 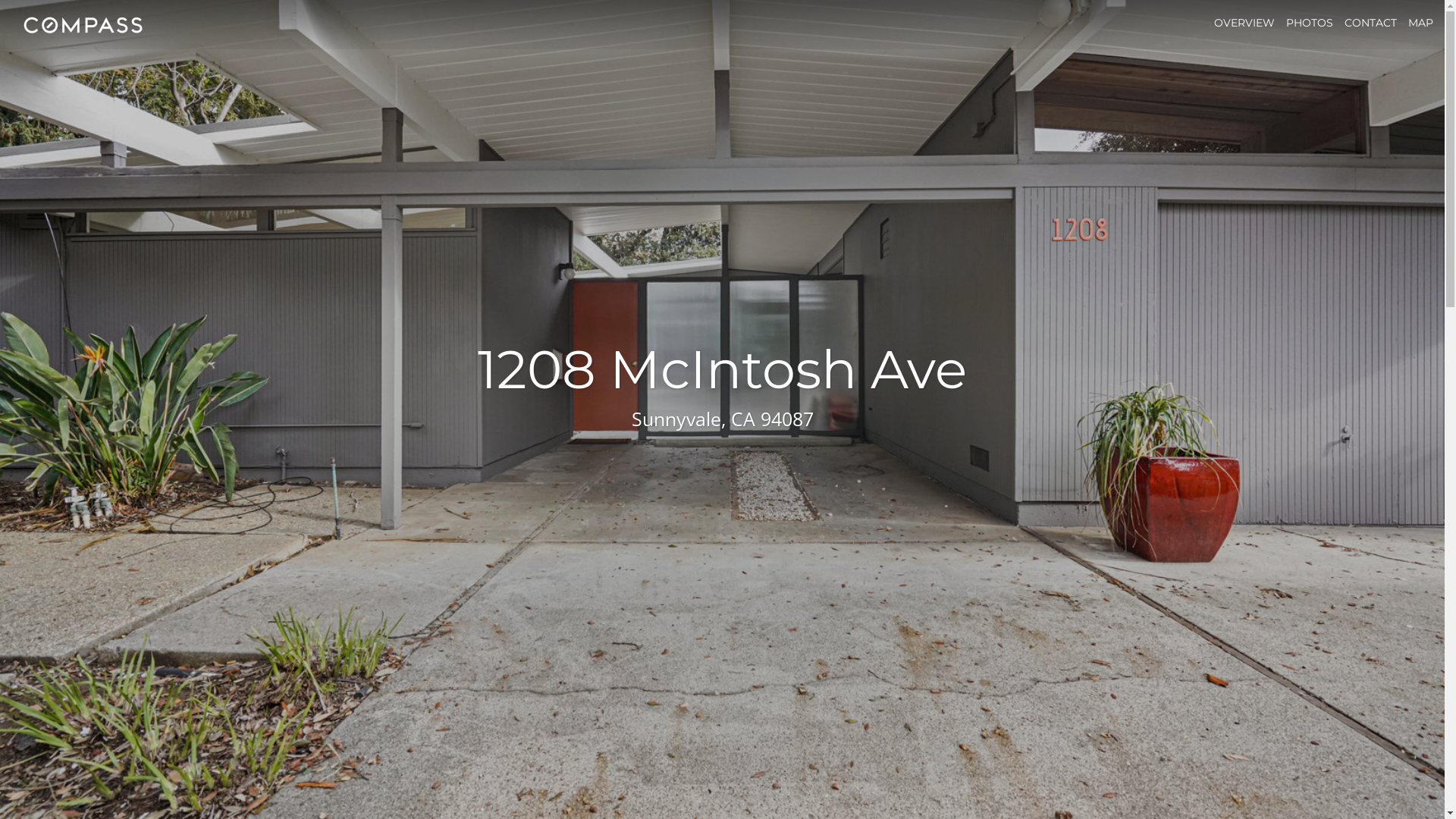 What do you see at coordinates (1407, 23) in the screenshot?
I see `'MAP'` at bounding box center [1407, 23].